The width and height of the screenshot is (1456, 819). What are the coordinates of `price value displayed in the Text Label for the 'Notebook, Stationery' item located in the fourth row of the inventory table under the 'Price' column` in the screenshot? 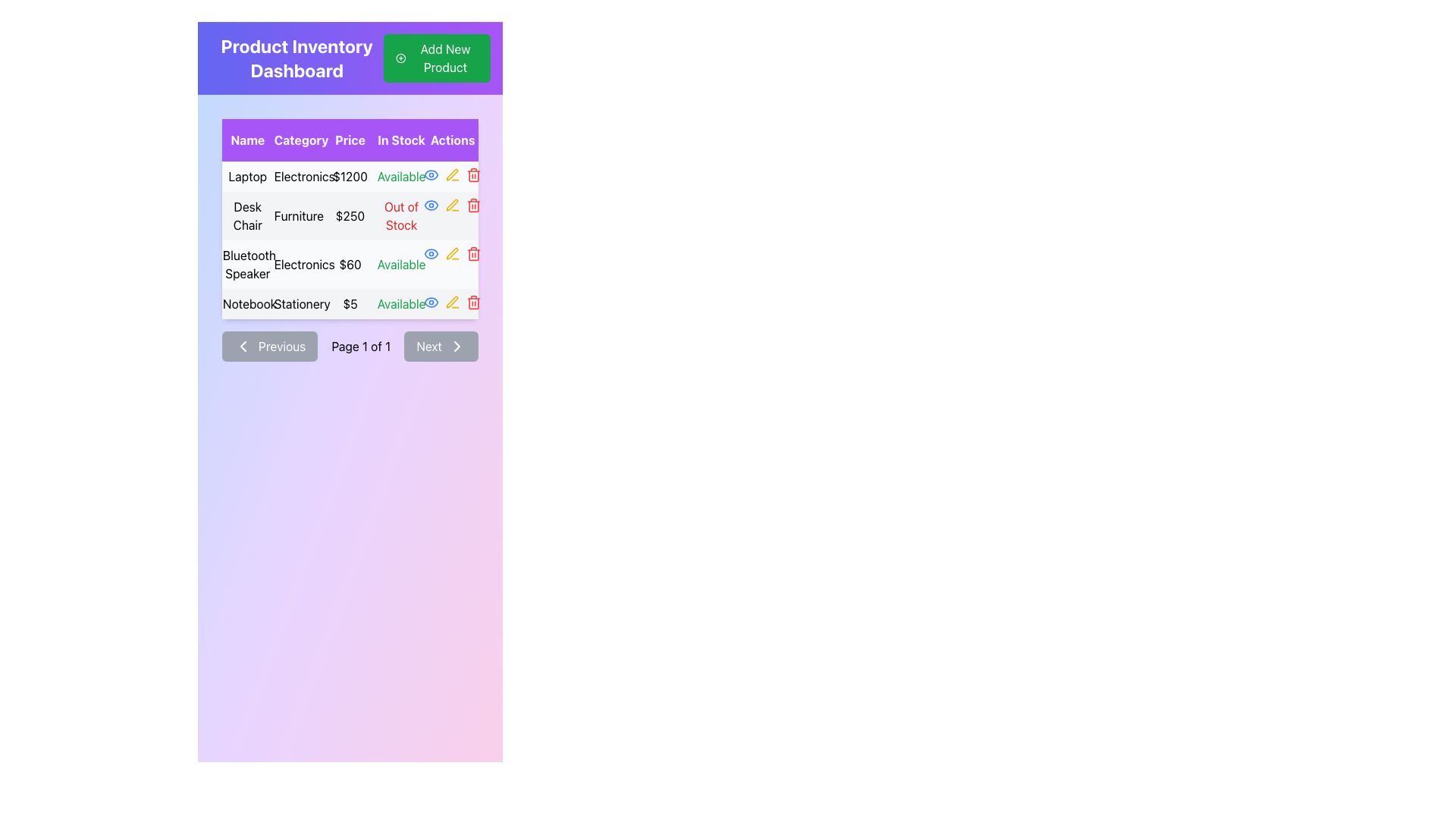 It's located at (349, 304).